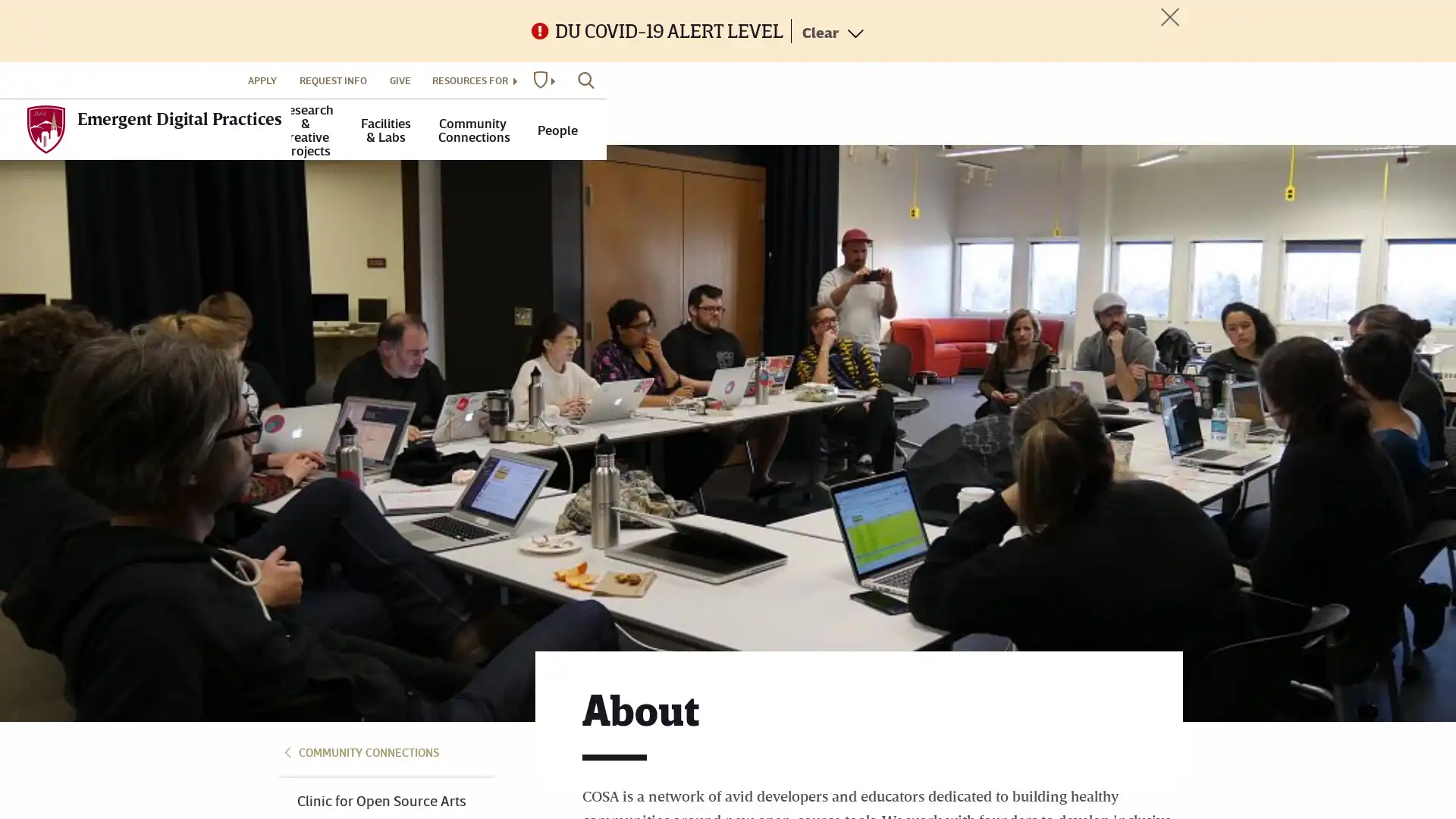  I want to click on GIVE, so click(976, 80).